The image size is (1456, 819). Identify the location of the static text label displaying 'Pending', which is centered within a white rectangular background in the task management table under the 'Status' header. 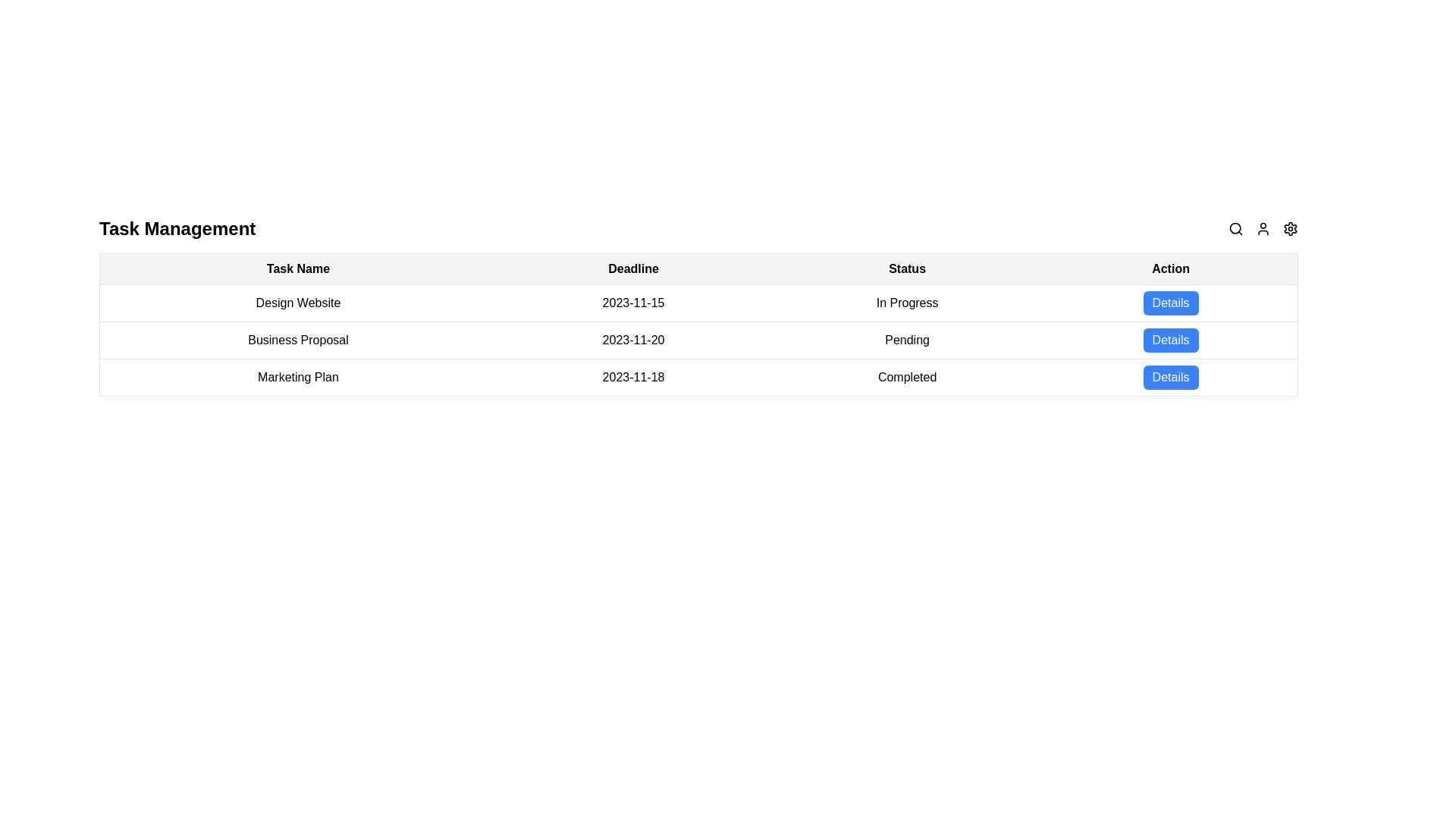
(907, 339).